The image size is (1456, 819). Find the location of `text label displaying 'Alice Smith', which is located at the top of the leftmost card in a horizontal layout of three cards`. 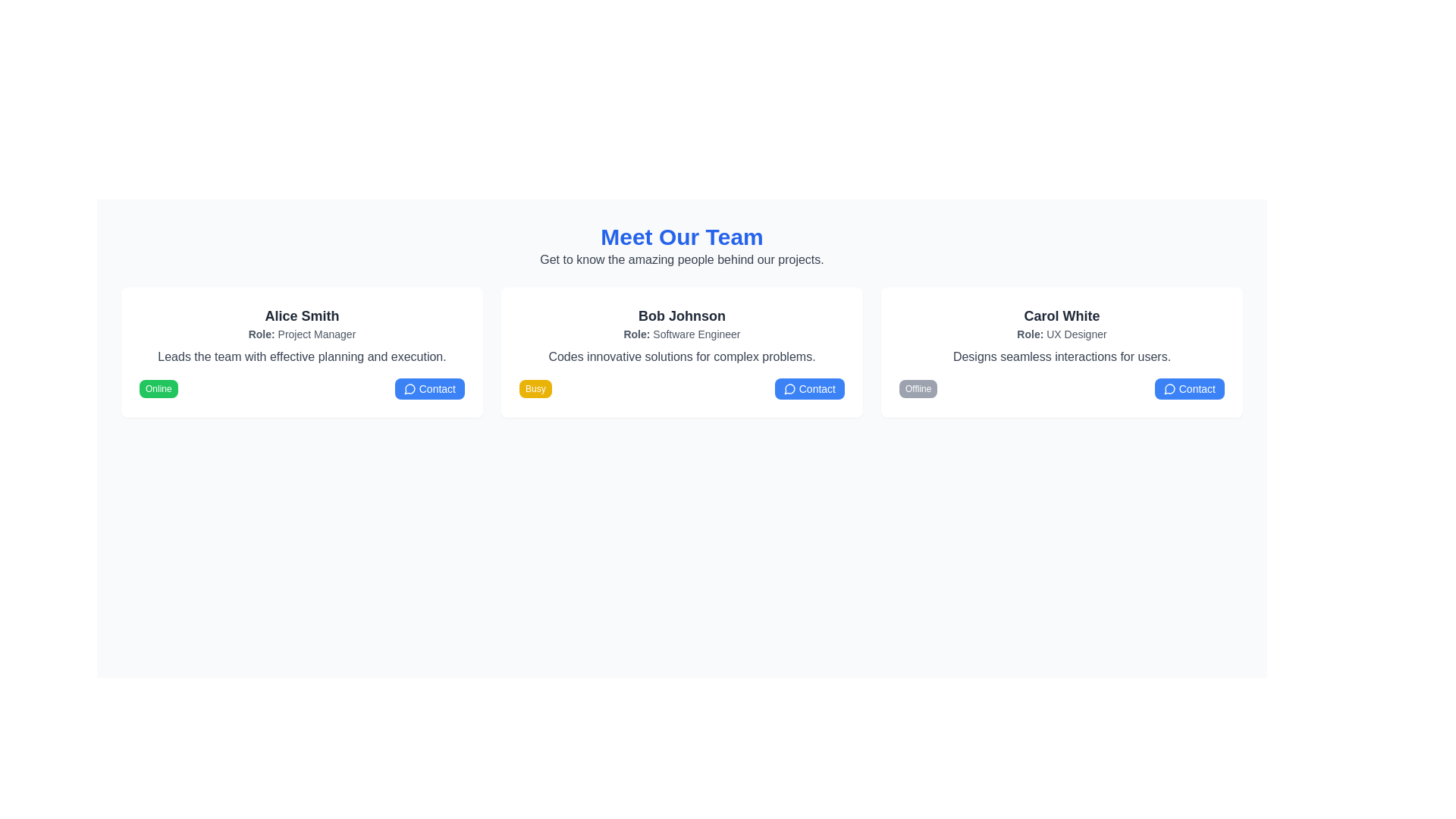

text label displaying 'Alice Smith', which is located at the top of the leftmost card in a horizontal layout of three cards is located at coordinates (302, 315).